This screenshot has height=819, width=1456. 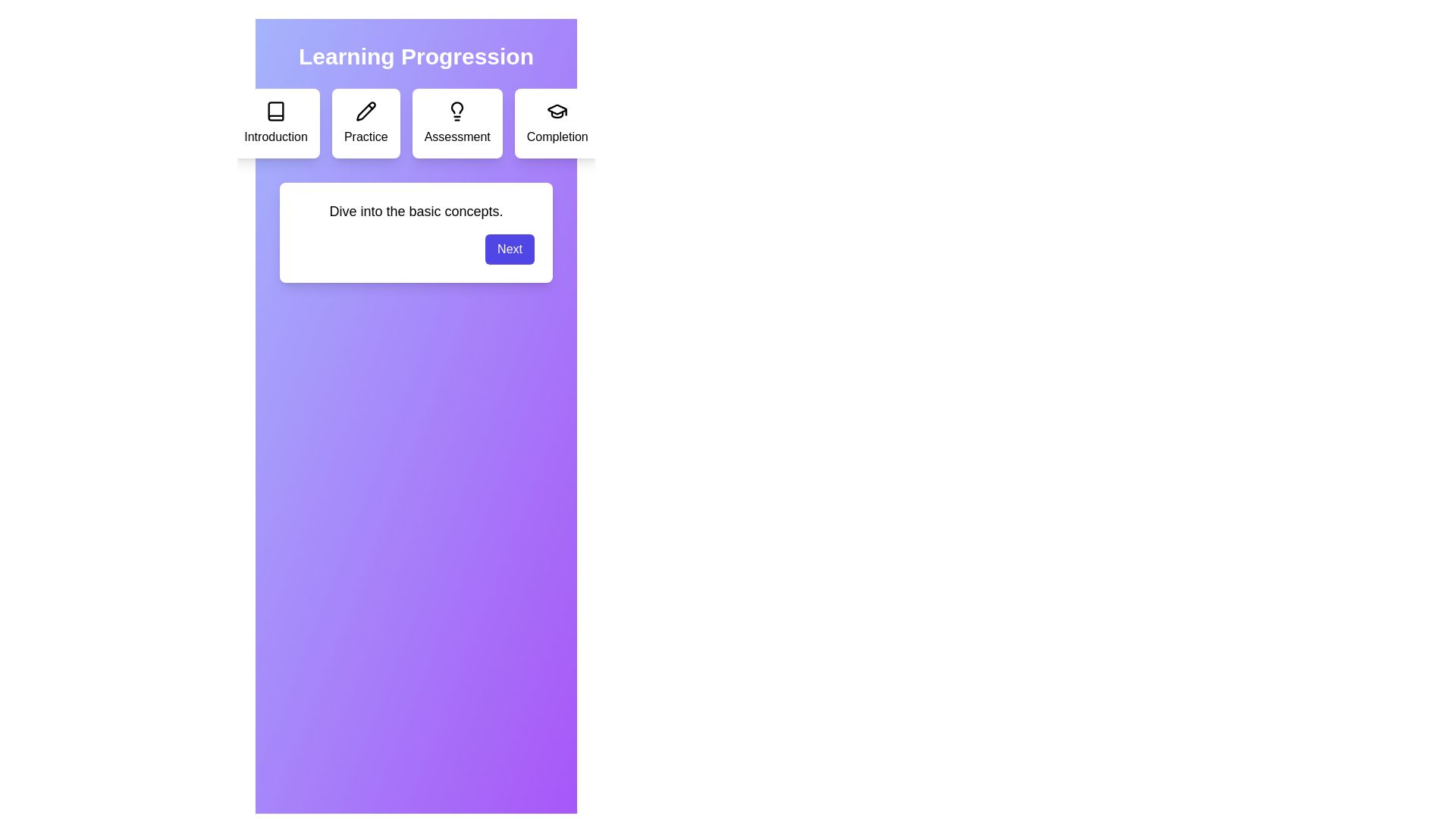 I want to click on the icon for the Introduction step to inspect it, so click(x=276, y=110).